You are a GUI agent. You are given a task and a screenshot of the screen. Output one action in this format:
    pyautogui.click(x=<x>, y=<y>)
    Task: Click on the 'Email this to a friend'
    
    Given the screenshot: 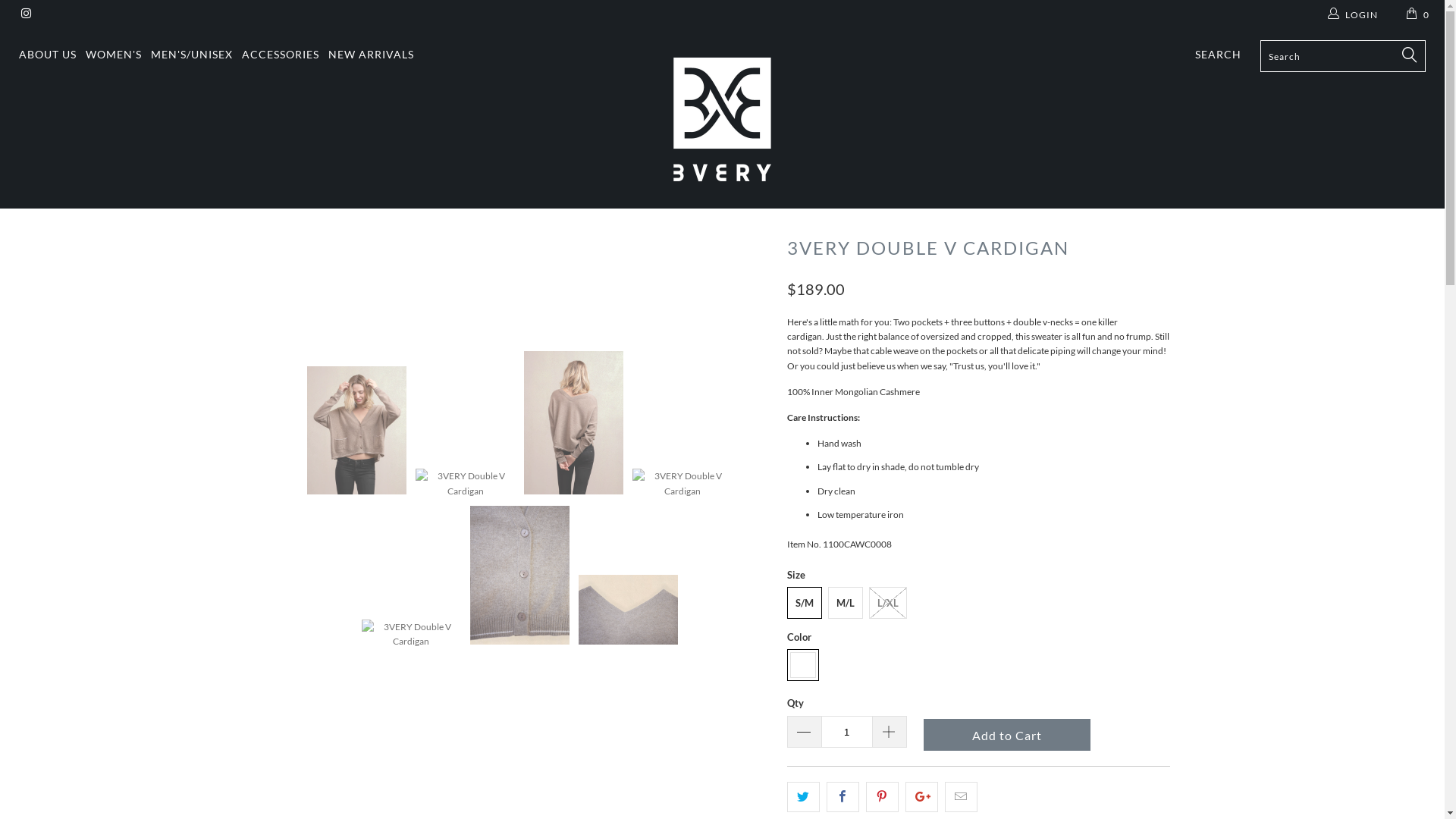 What is the action you would take?
    pyautogui.click(x=944, y=795)
    